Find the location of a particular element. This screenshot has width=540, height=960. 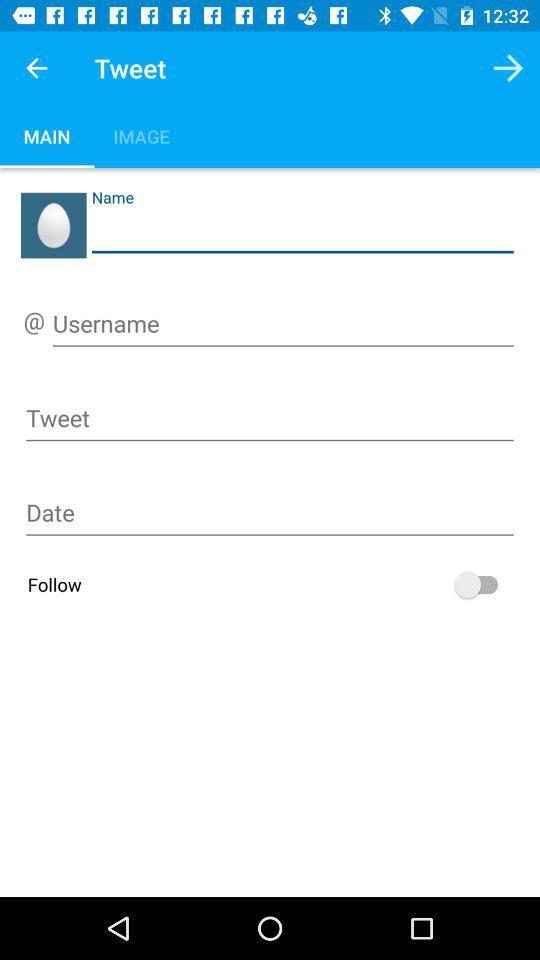

name is located at coordinates (301, 232).